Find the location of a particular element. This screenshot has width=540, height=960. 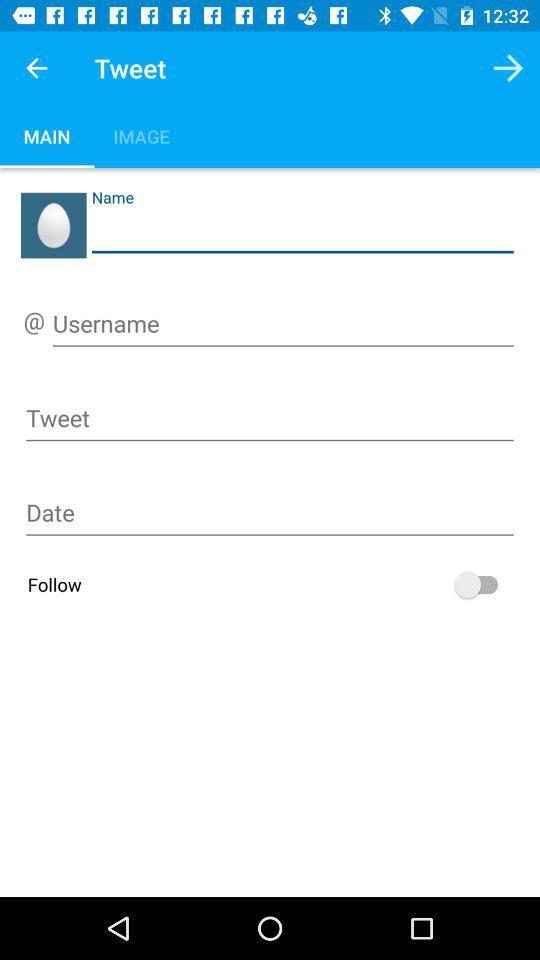

name is located at coordinates (301, 232).